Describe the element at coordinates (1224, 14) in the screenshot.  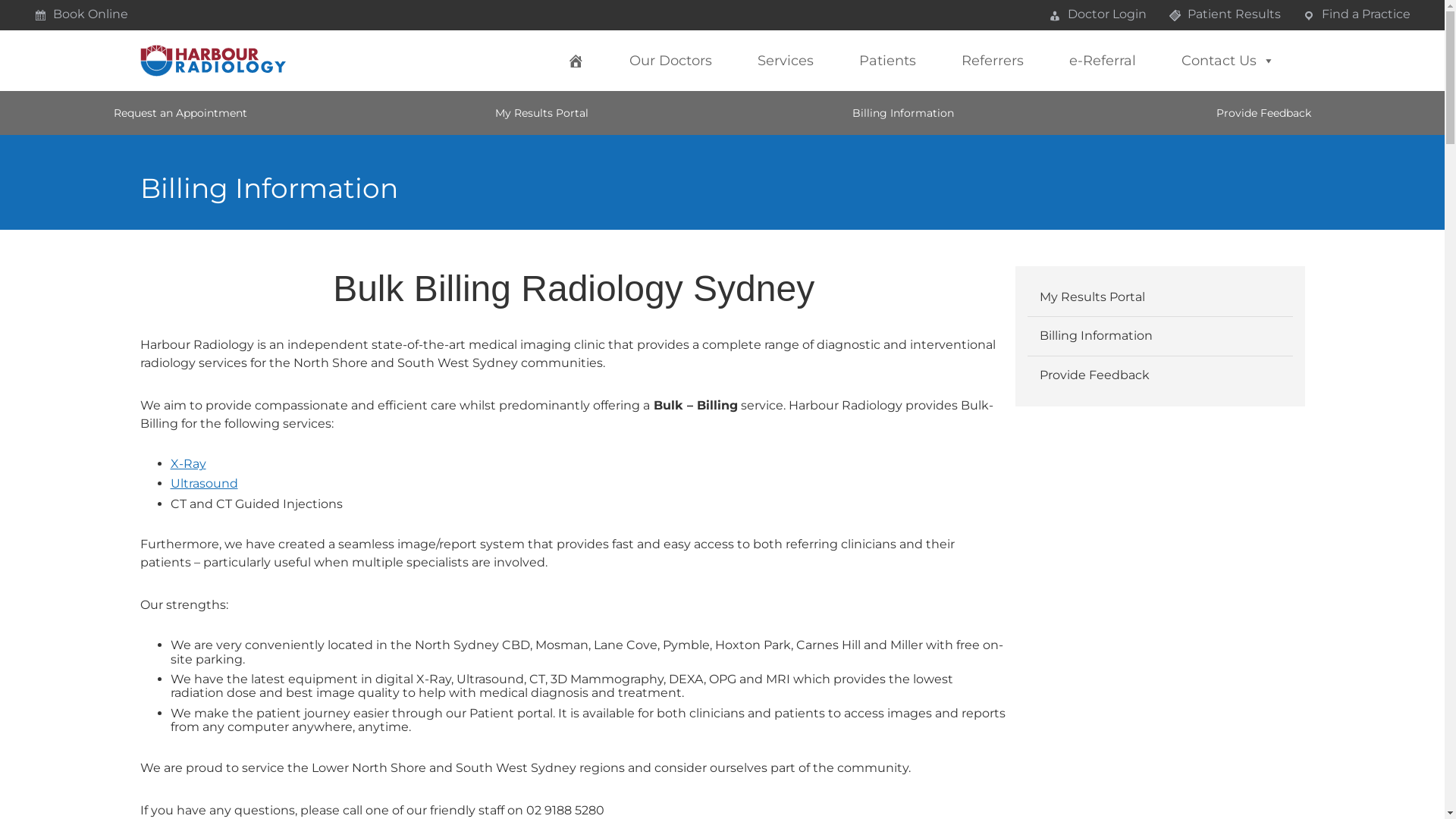
I see `'Patient Results'` at that location.